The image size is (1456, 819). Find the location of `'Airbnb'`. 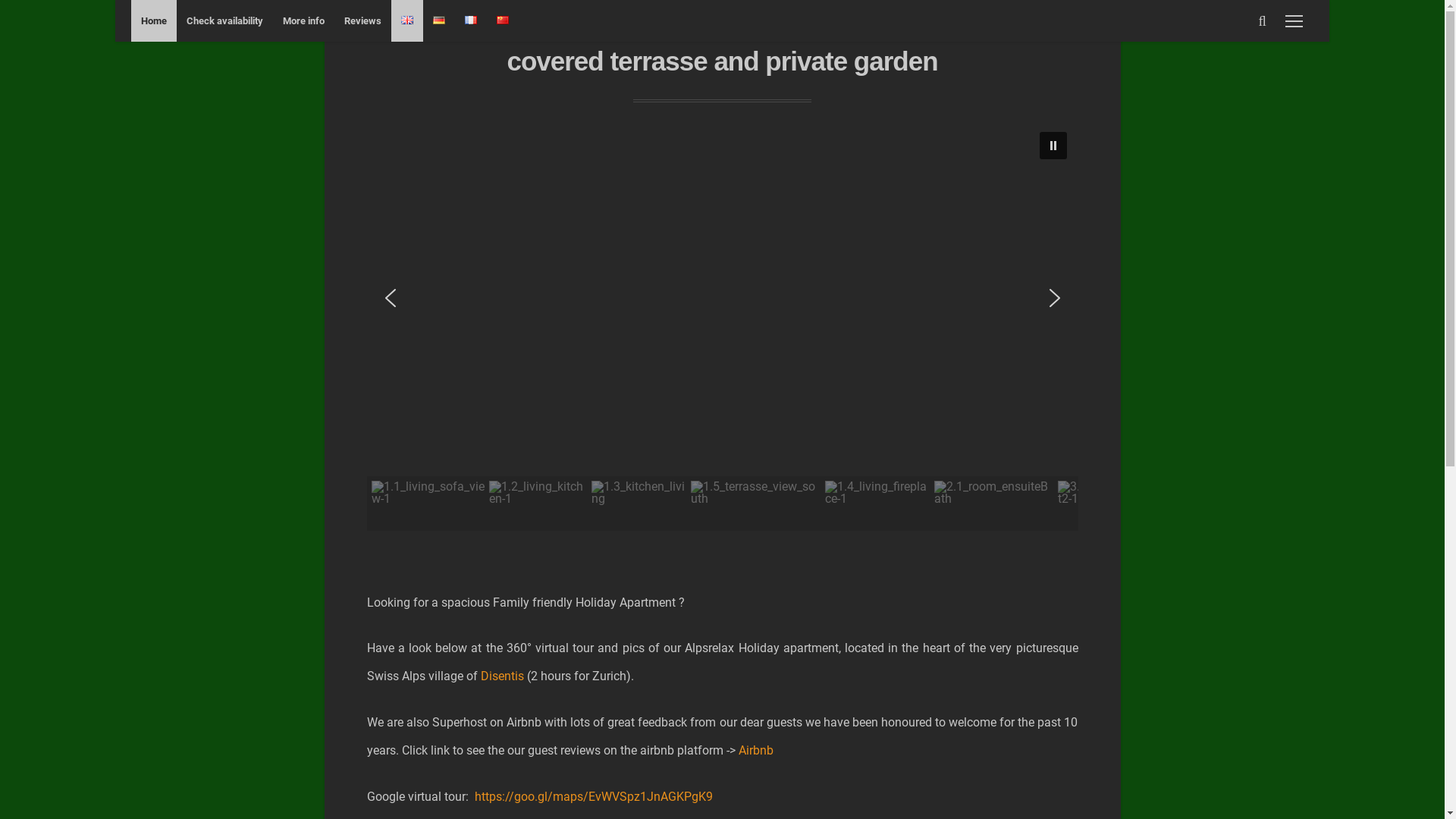

'Airbnb' is located at coordinates (756, 749).